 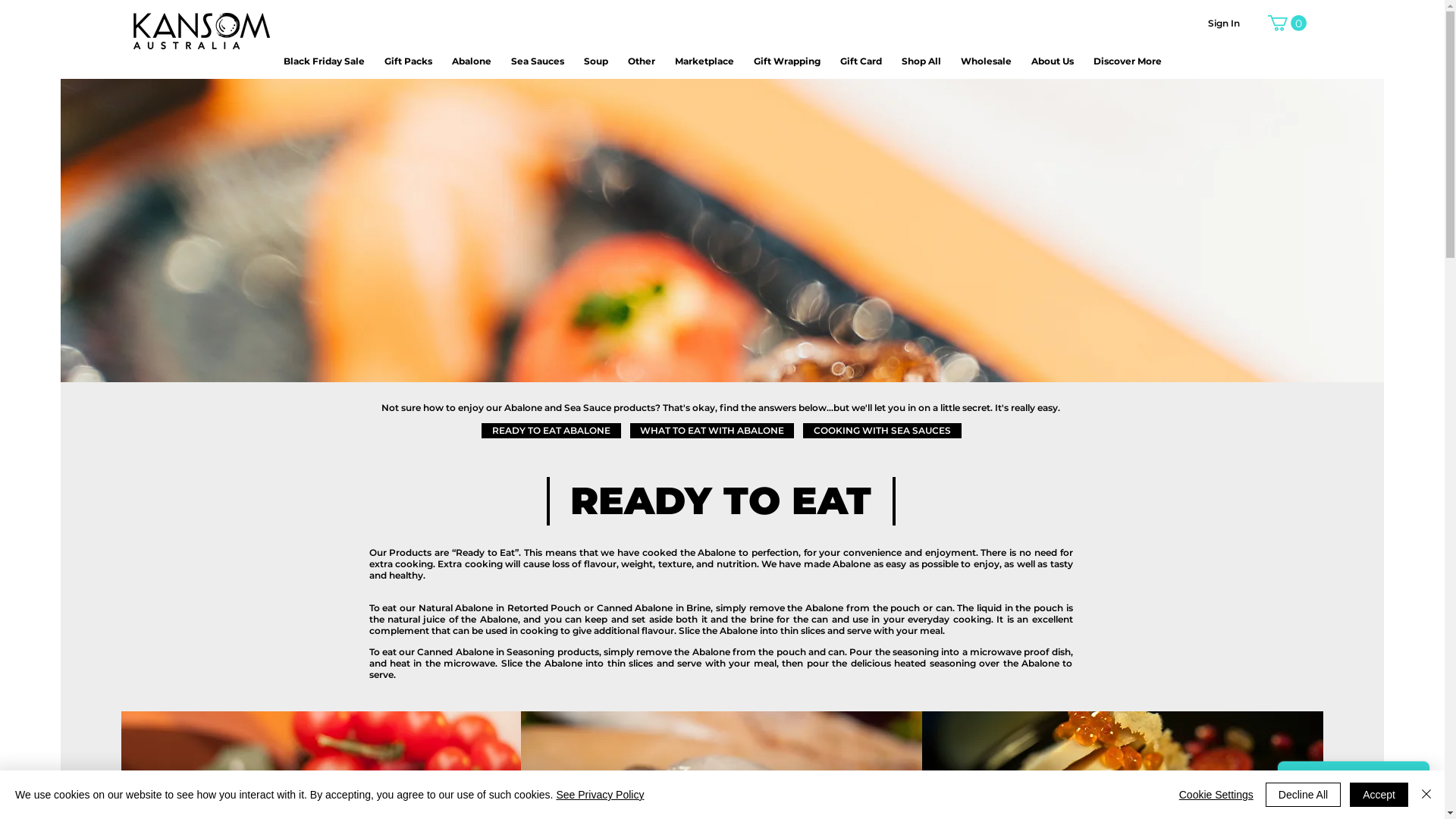 What do you see at coordinates (1223, 24) in the screenshot?
I see `'Sign In'` at bounding box center [1223, 24].